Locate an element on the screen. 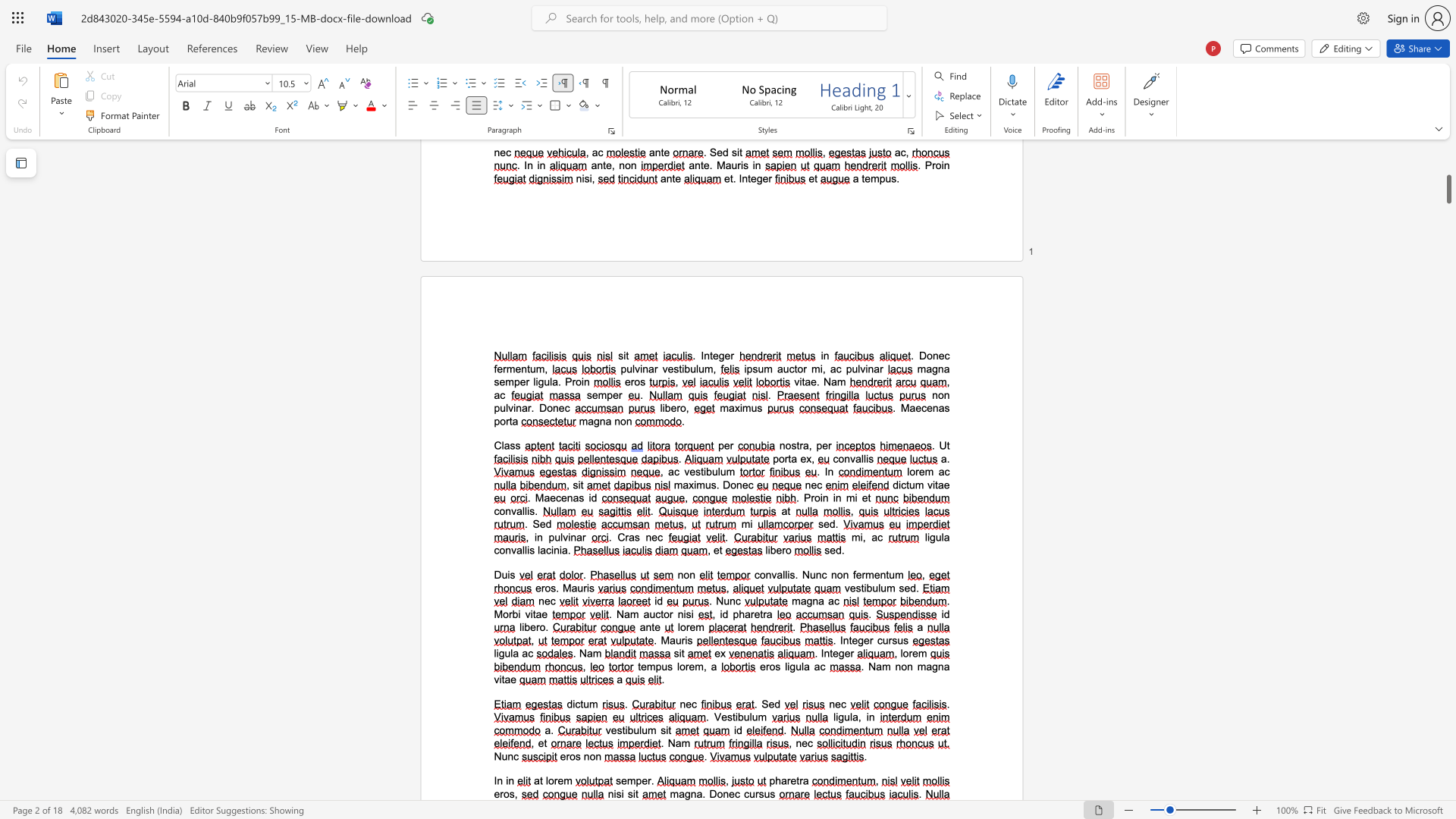  the 3th character "i" in the text is located at coordinates (634, 793).